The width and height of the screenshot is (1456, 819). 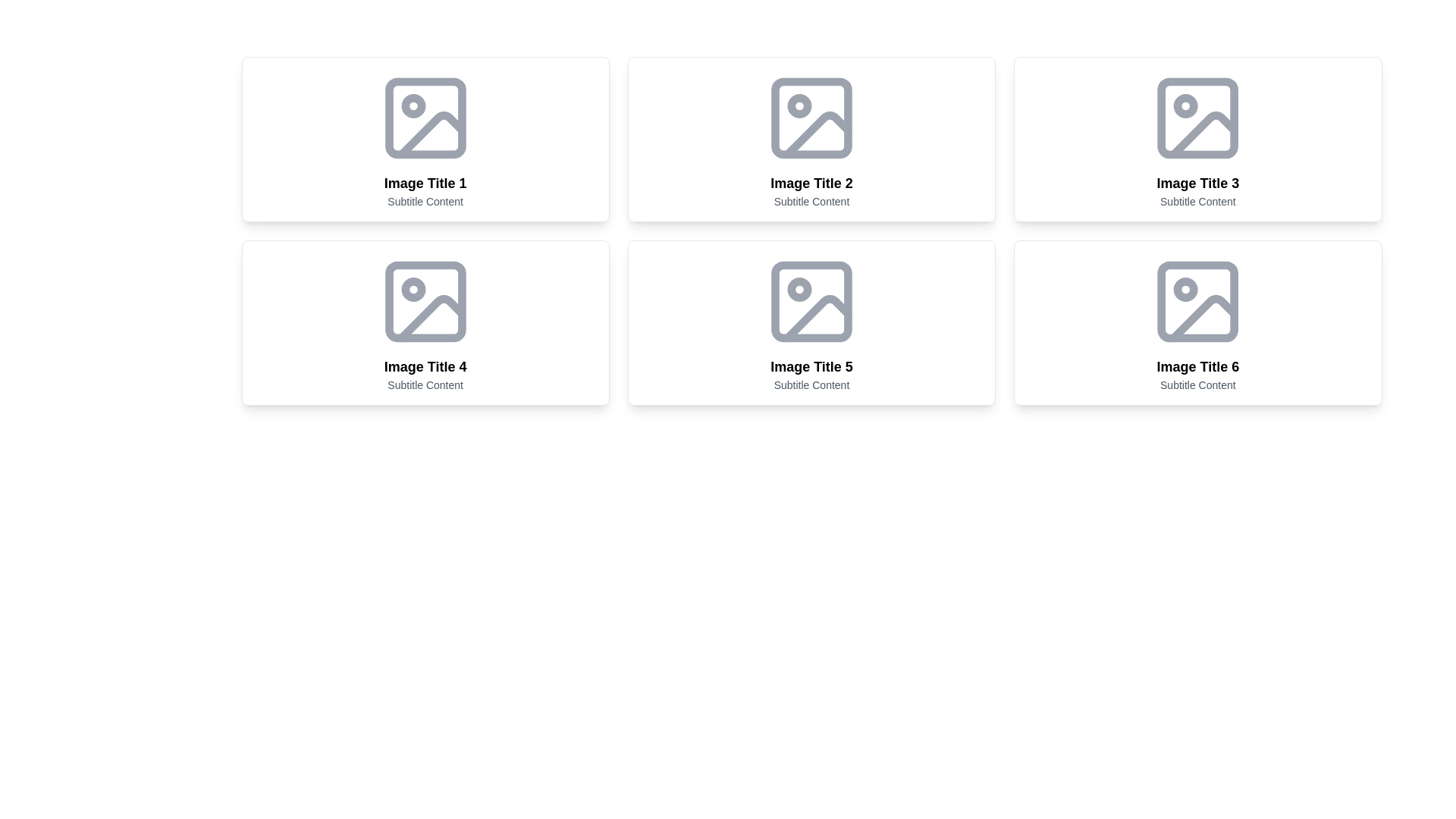 What do you see at coordinates (425, 384) in the screenshot?
I see `the Text Label located below 'Image Title 4' in the fourth card of a grid layout` at bounding box center [425, 384].